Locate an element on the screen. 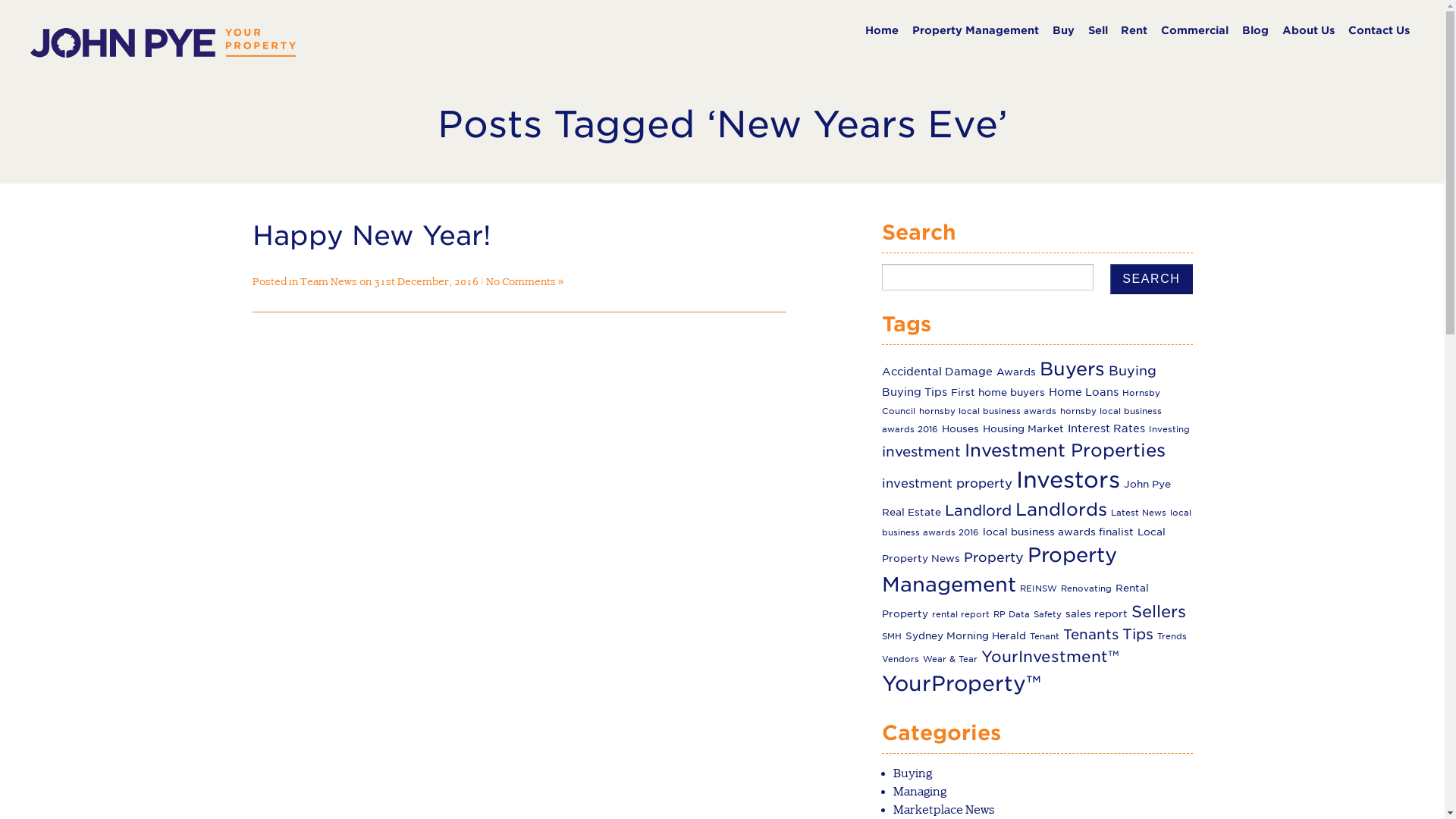 The width and height of the screenshot is (1456, 819). 'local business awards finalist' is located at coordinates (983, 531).